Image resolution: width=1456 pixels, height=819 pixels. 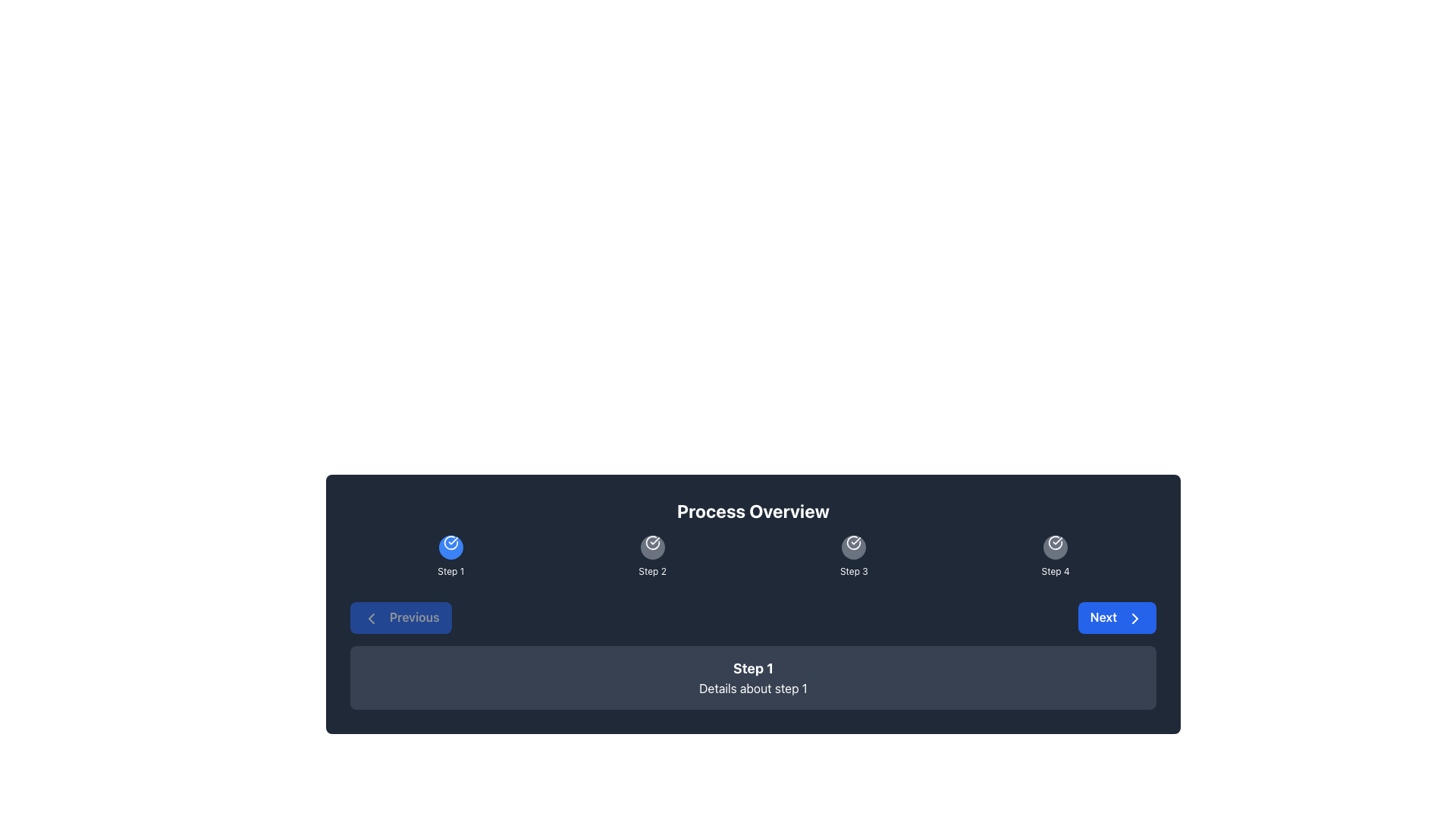 I want to click on the text label that reads 'Step 2' which is styled with light gray text on a dark background, located centrally beneath its corresponding circular icon in the process overview component, so click(x=652, y=571).